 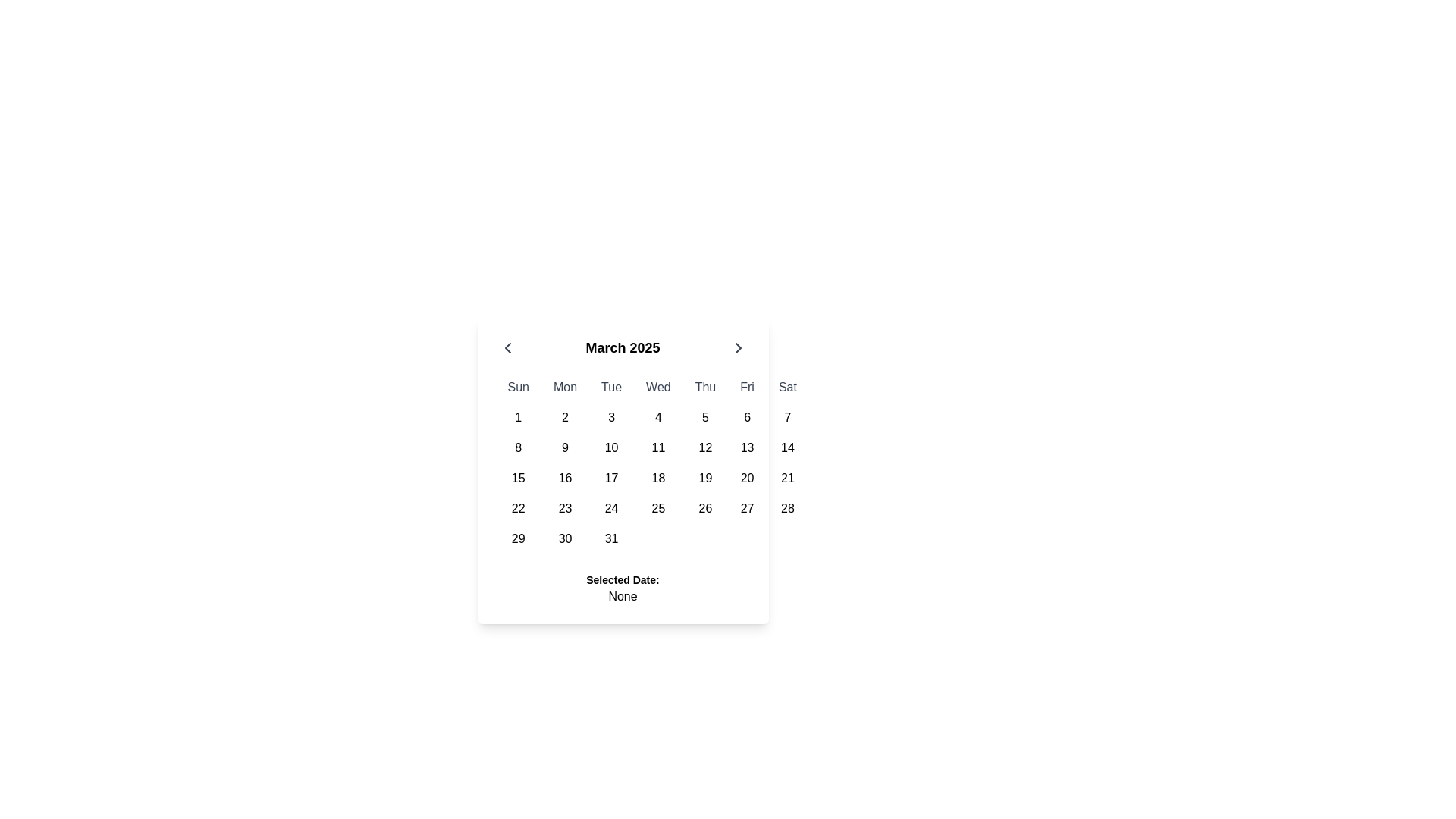 I want to click on the label for Monday in the calendar grid, which is the second element in the sequence of weekday labels, so click(x=564, y=386).